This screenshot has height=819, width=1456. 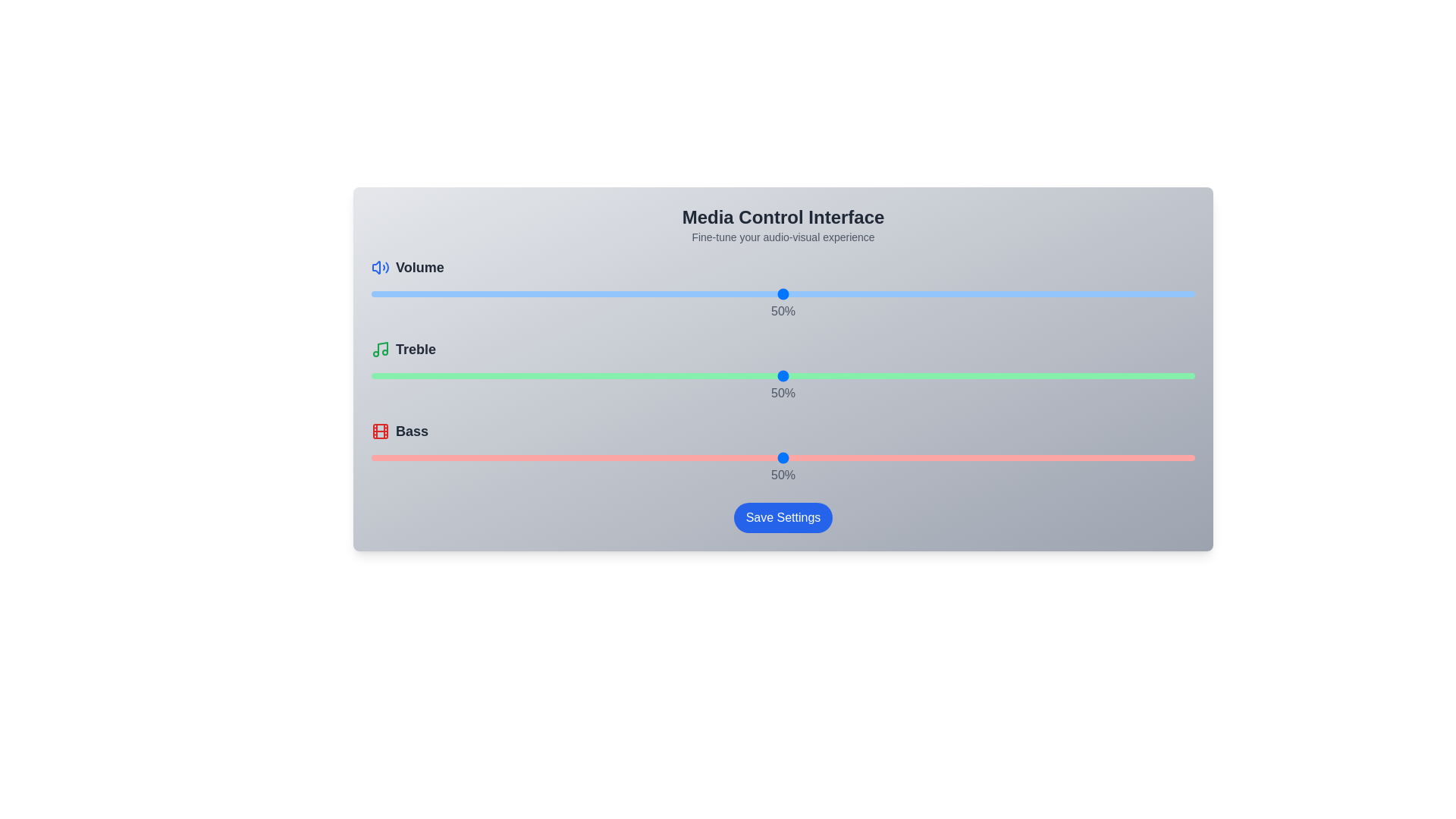 What do you see at coordinates (381, 431) in the screenshot?
I see `the Bass control icon positioned to the left of the 'Bass' label in the media controls section` at bounding box center [381, 431].